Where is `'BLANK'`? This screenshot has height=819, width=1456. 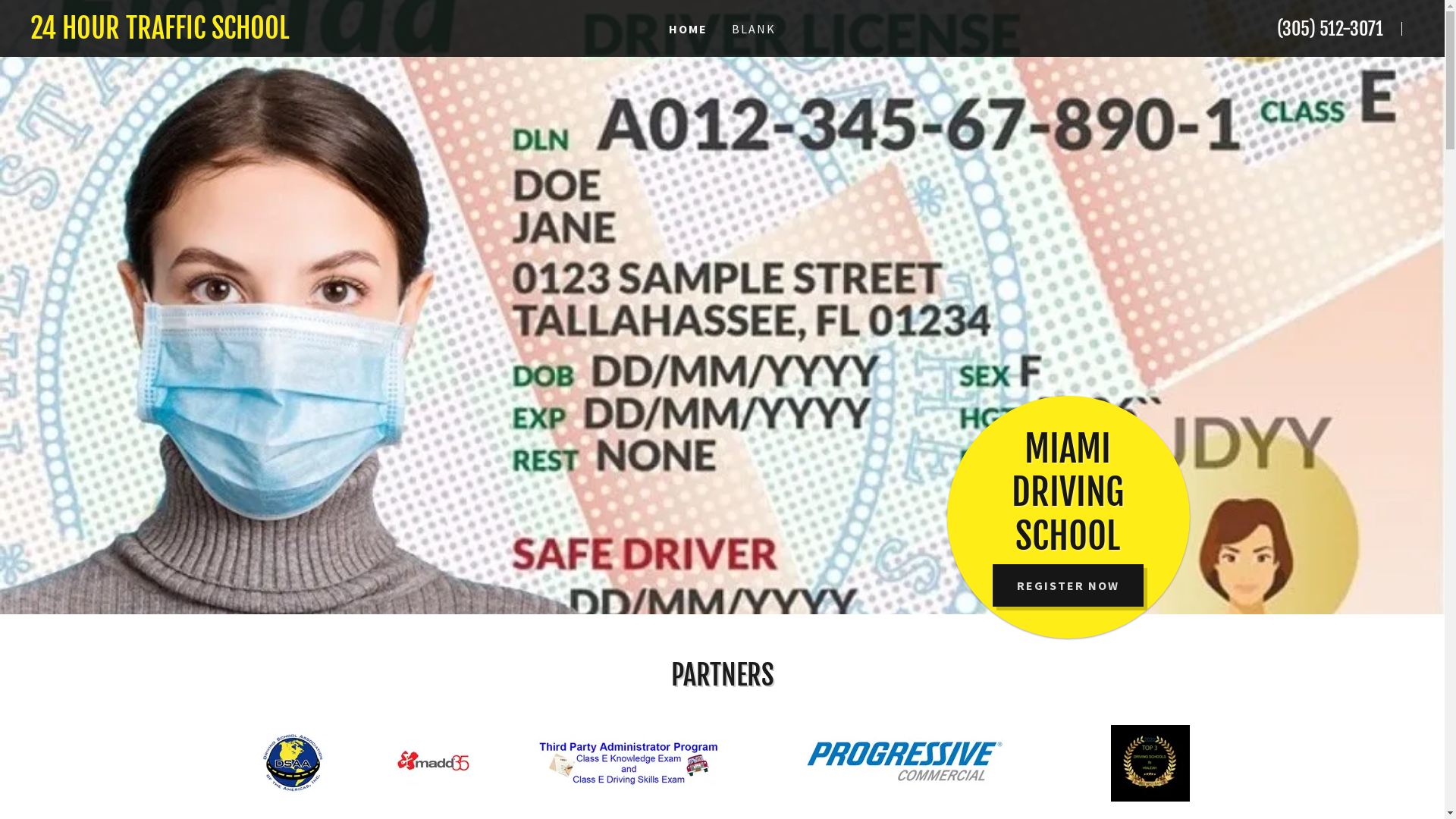
'BLANK' is located at coordinates (753, 29).